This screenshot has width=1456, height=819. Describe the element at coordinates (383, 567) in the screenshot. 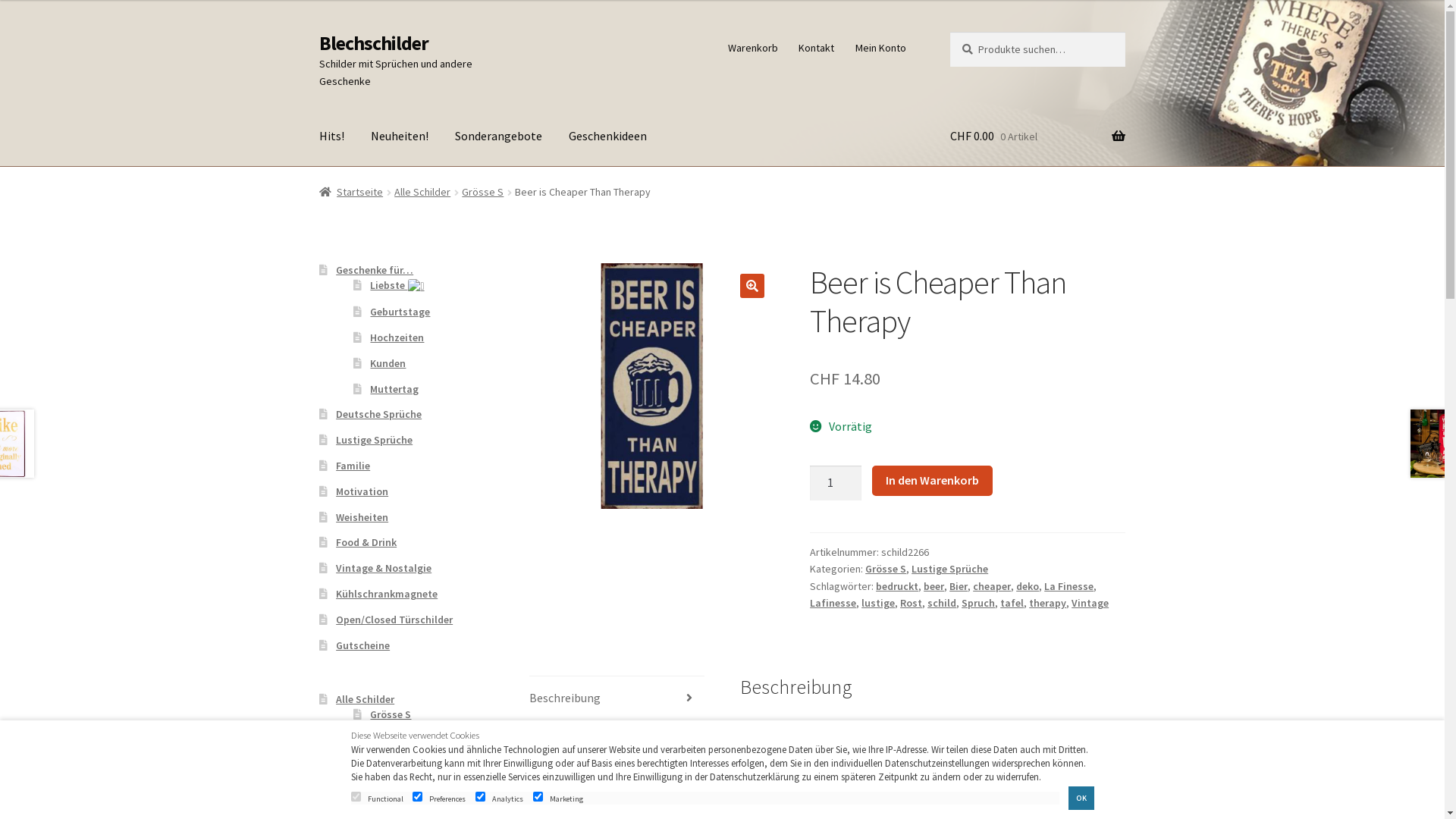

I see `'Vintage & Nostalgie'` at that location.